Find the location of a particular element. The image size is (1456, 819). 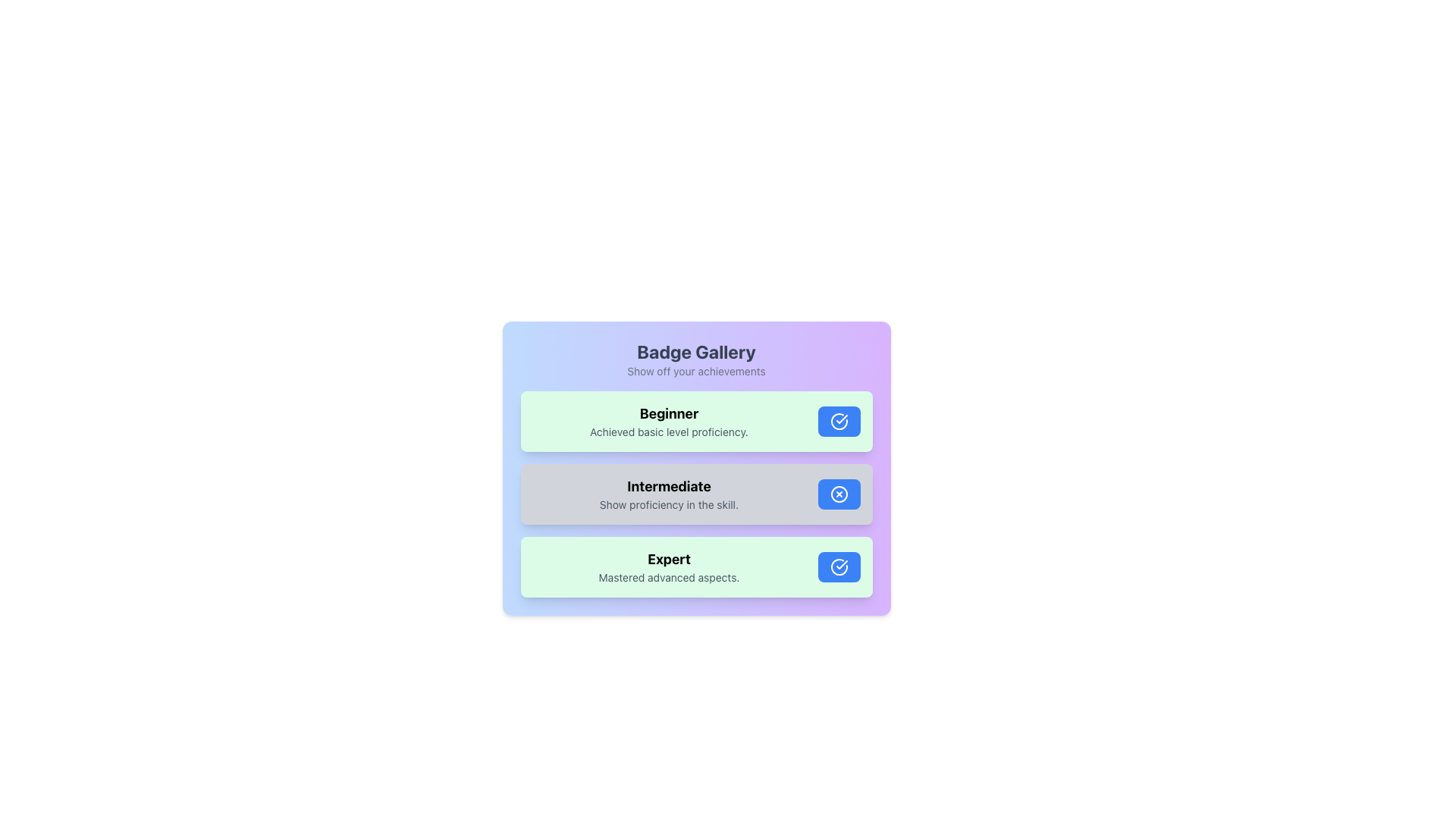

the descriptive text label that explains the 'Beginner' level, located beneath the bold text 'Beginner' in the 'Badge Gallery' interface is located at coordinates (668, 432).